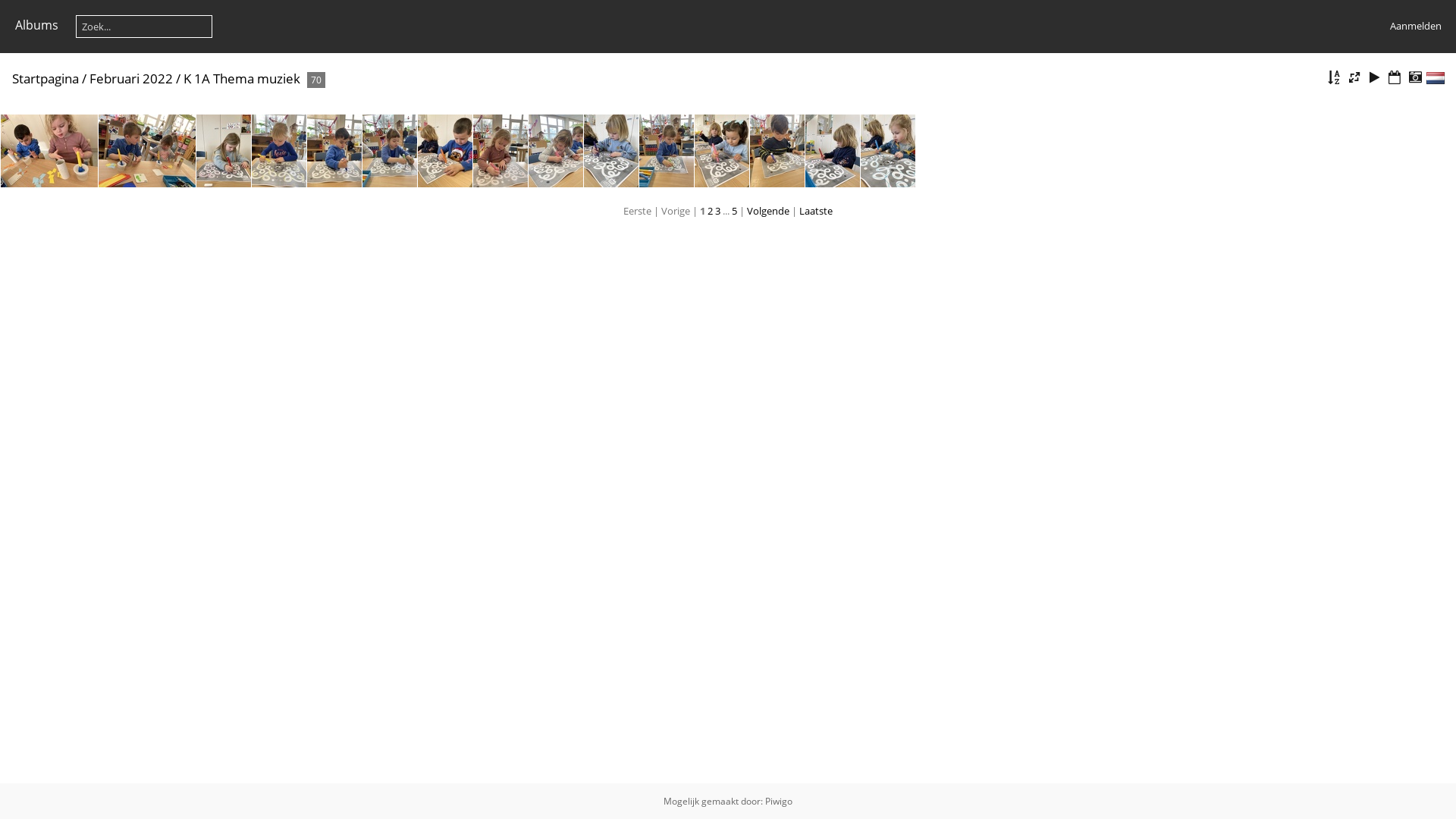  I want to click on 'Volgende', so click(746, 210).